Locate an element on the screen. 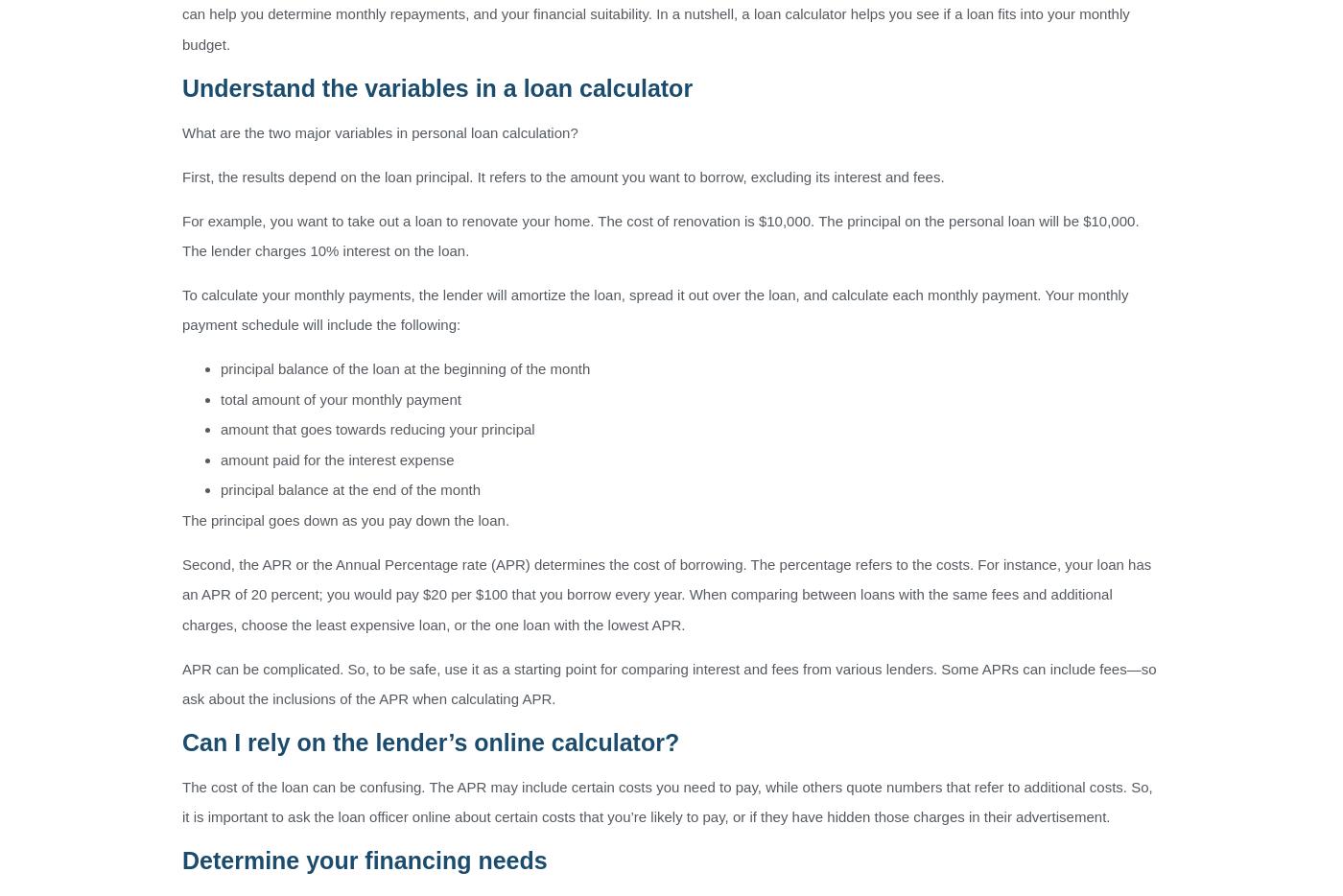  'First, the results depend on the loan principal. It refers to the amount you want to borrow, excluding its interest and fees.' is located at coordinates (563, 176).